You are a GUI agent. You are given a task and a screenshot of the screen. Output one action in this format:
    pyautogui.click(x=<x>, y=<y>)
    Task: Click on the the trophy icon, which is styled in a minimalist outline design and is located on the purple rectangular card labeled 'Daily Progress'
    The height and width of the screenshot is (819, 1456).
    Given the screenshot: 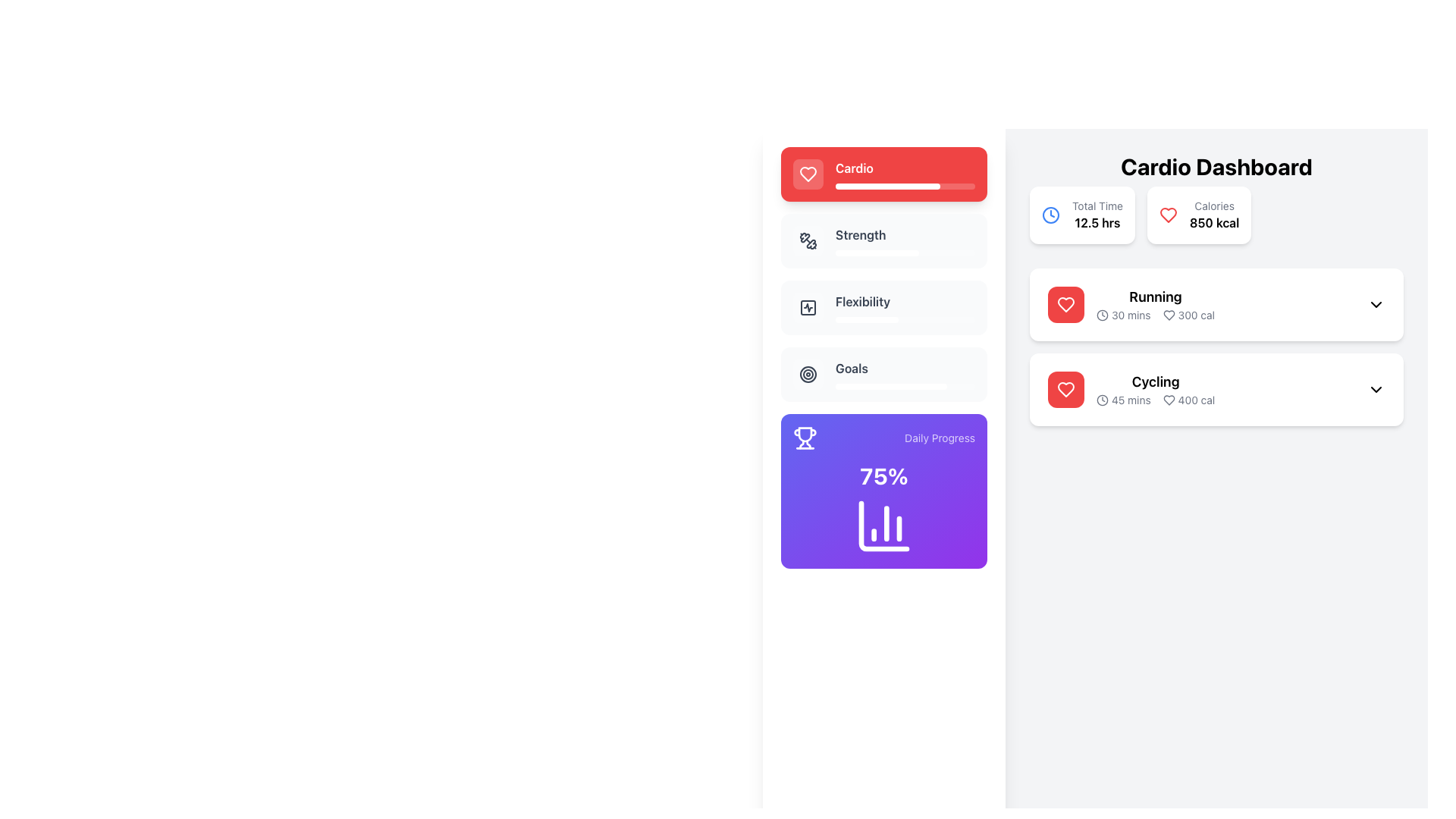 What is the action you would take?
    pyautogui.click(x=804, y=438)
    